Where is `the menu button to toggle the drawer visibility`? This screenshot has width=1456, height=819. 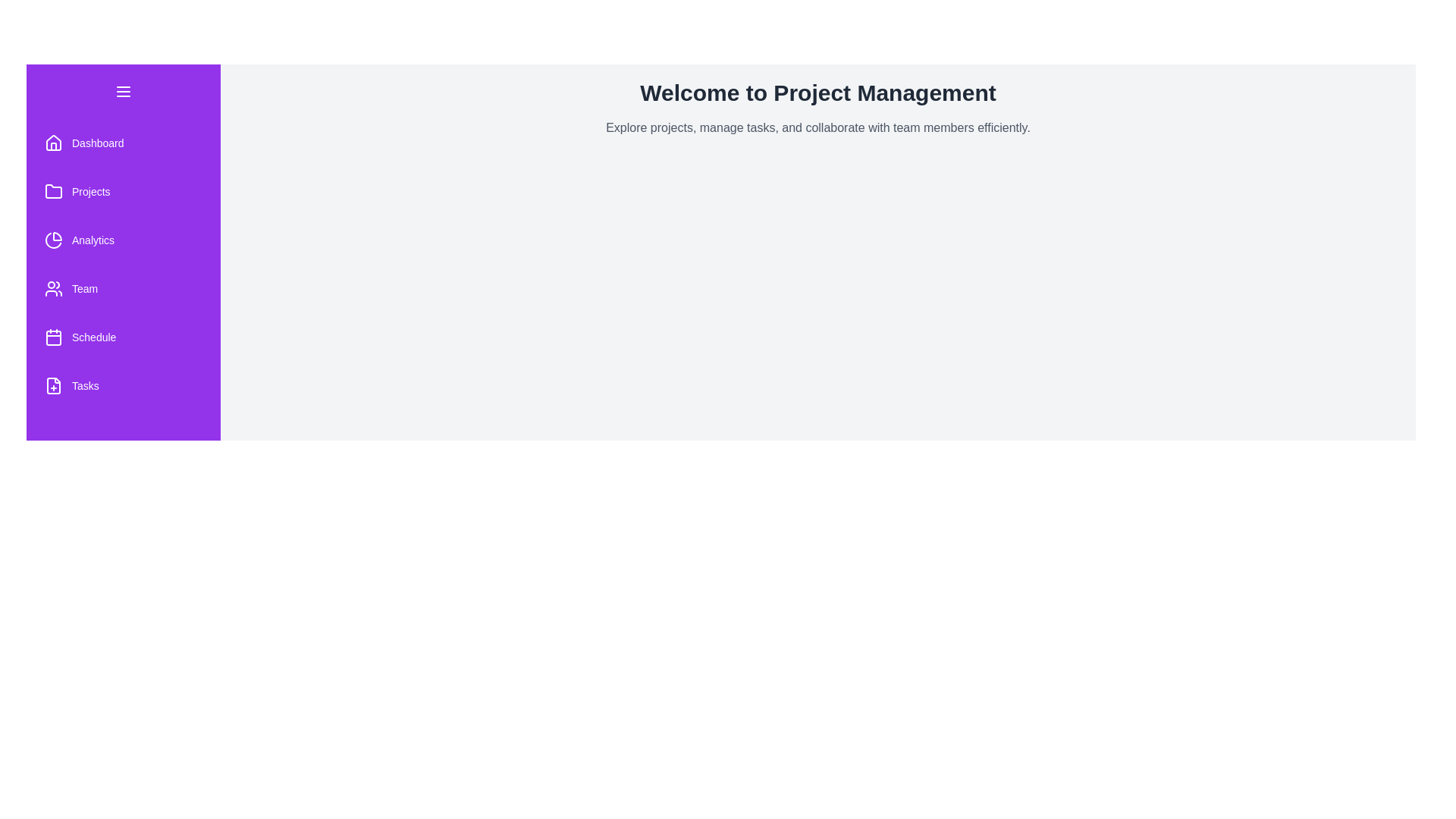 the menu button to toggle the drawer visibility is located at coordinates (124, 91).